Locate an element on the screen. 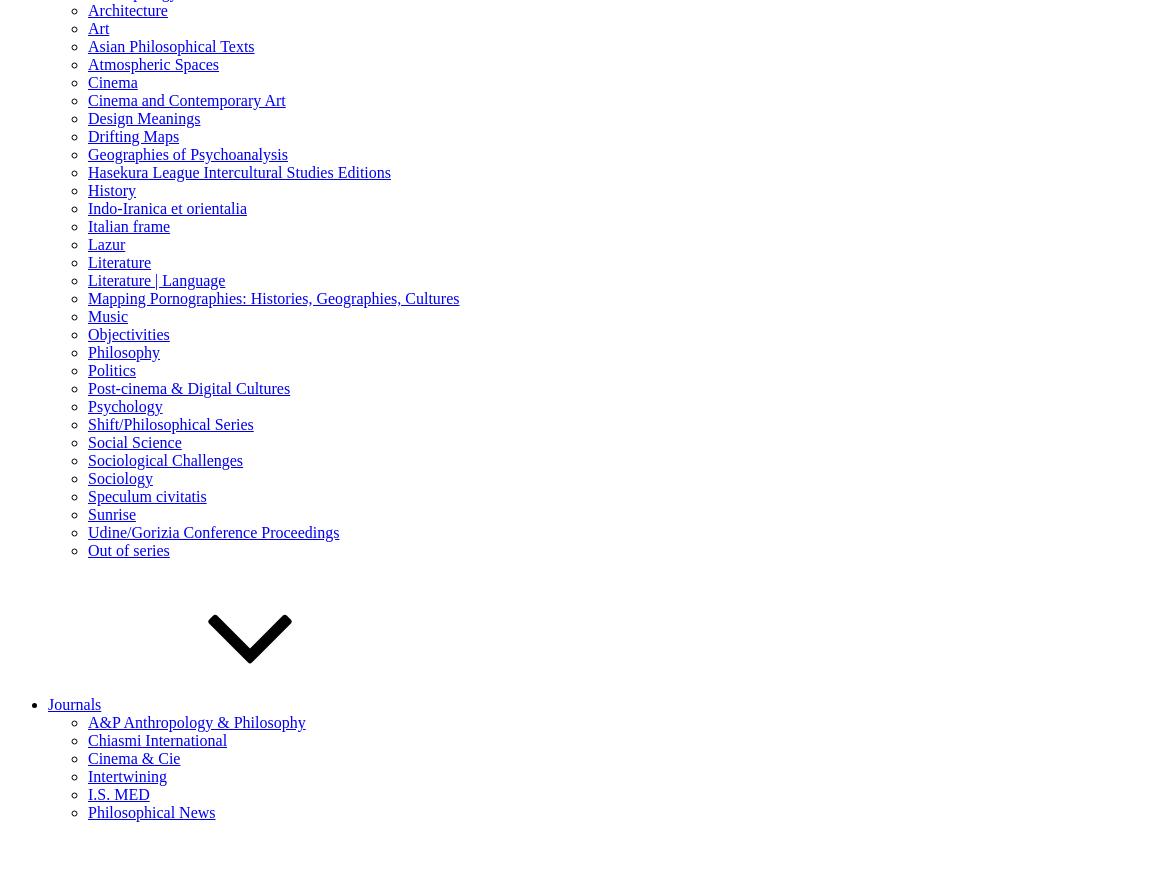 The image size is (1173, 874). 'Politics' is located at coordinates (112, 369).